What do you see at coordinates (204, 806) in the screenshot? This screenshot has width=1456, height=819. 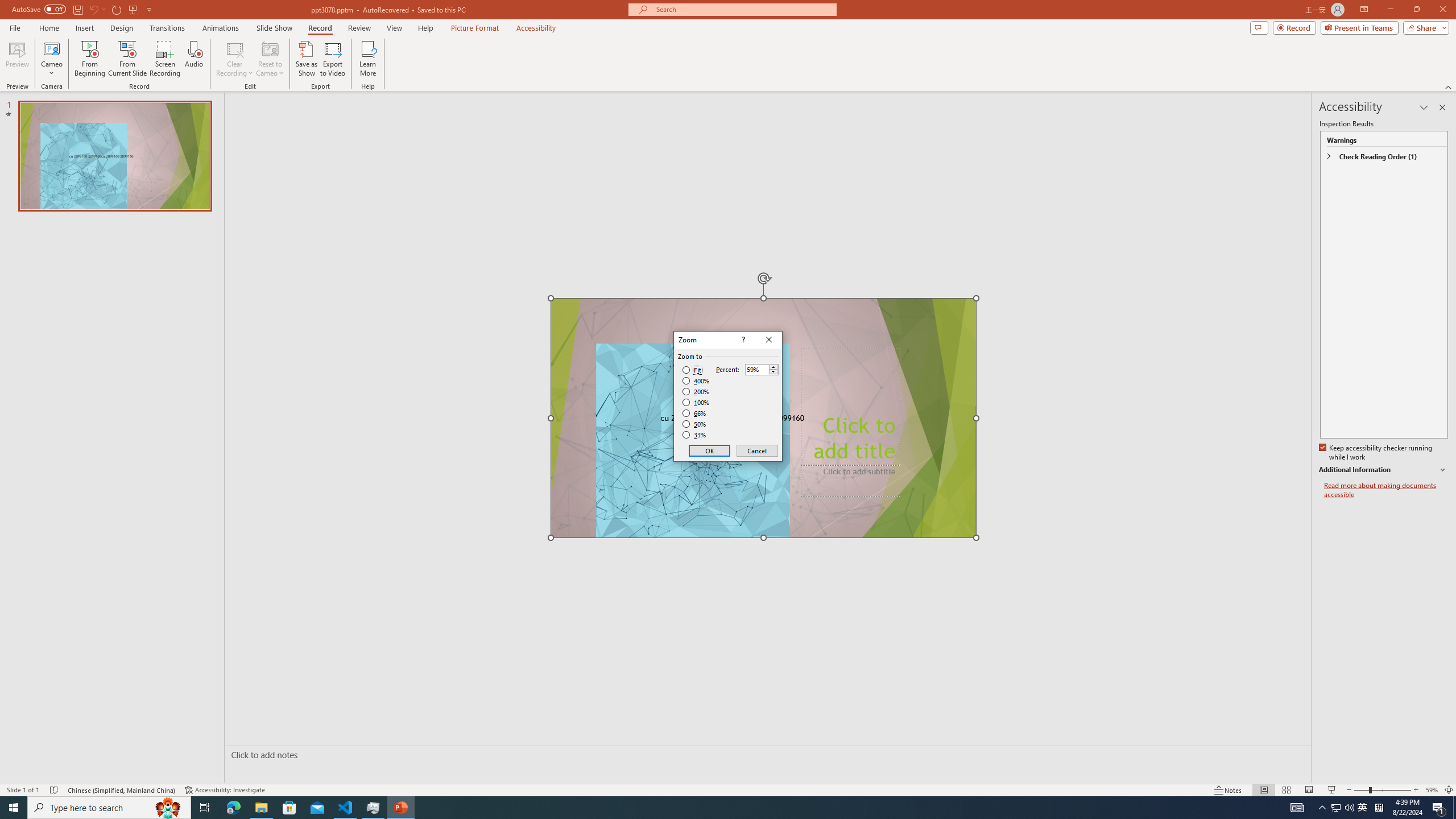 I see `'Task View'` at bounding box center [204, 806].